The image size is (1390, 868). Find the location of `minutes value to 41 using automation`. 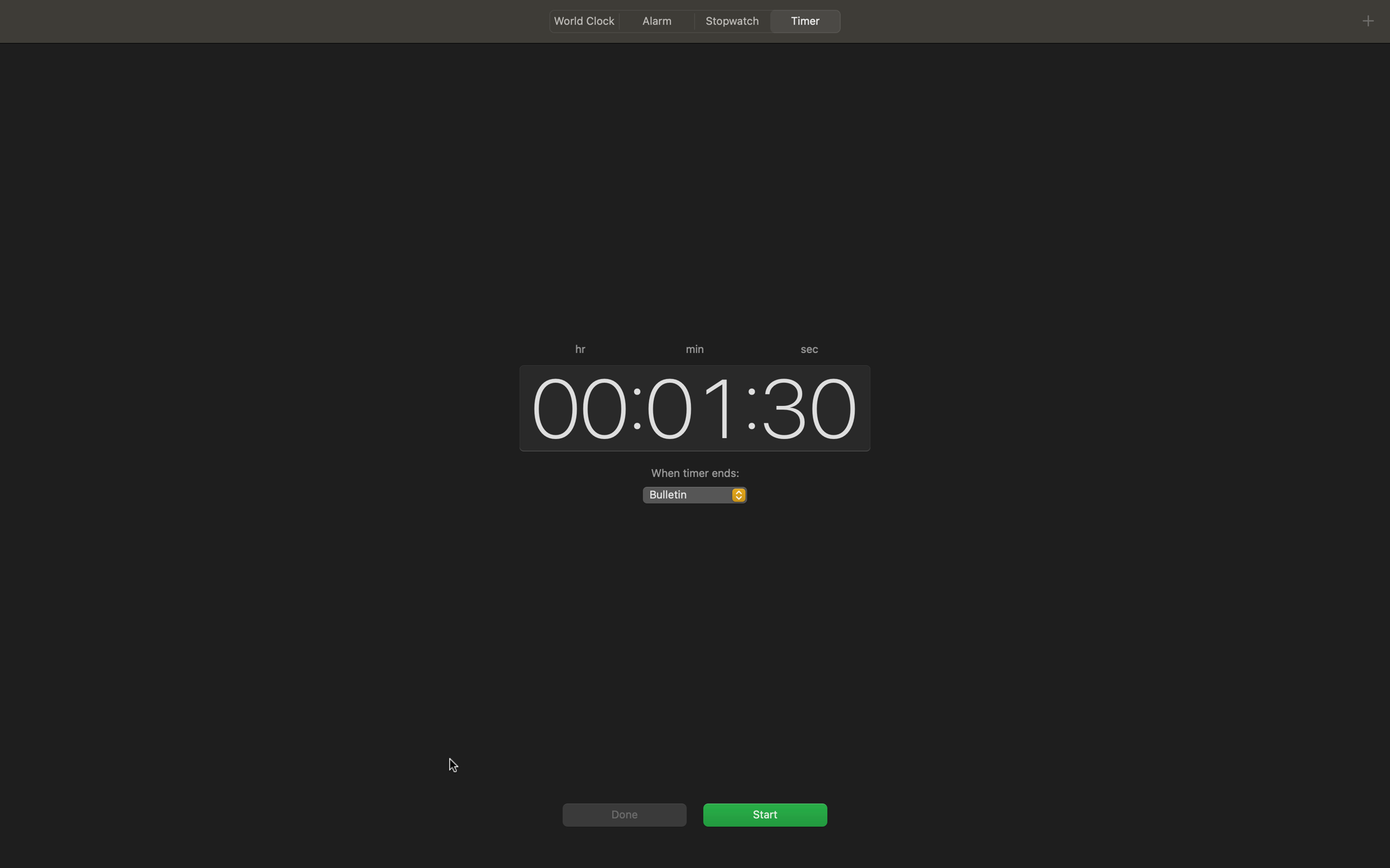

minutes value to 41 using automation is located at coordinates (690, 406).